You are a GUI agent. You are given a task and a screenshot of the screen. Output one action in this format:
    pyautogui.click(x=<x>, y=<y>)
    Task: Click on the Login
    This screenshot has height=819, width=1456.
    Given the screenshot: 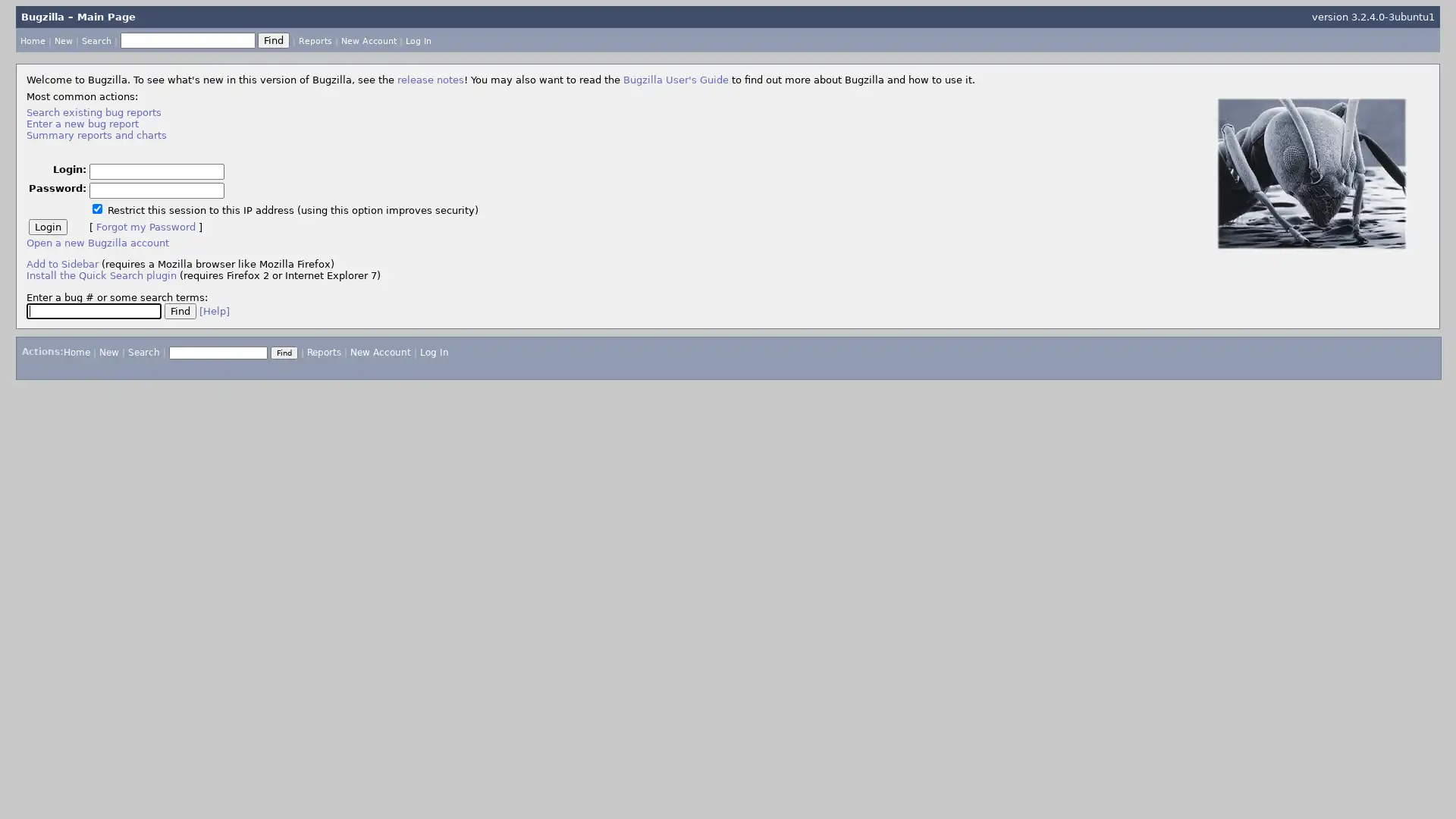 What is the action you would take?
    pyautogui.click(x=47, y=226)
    